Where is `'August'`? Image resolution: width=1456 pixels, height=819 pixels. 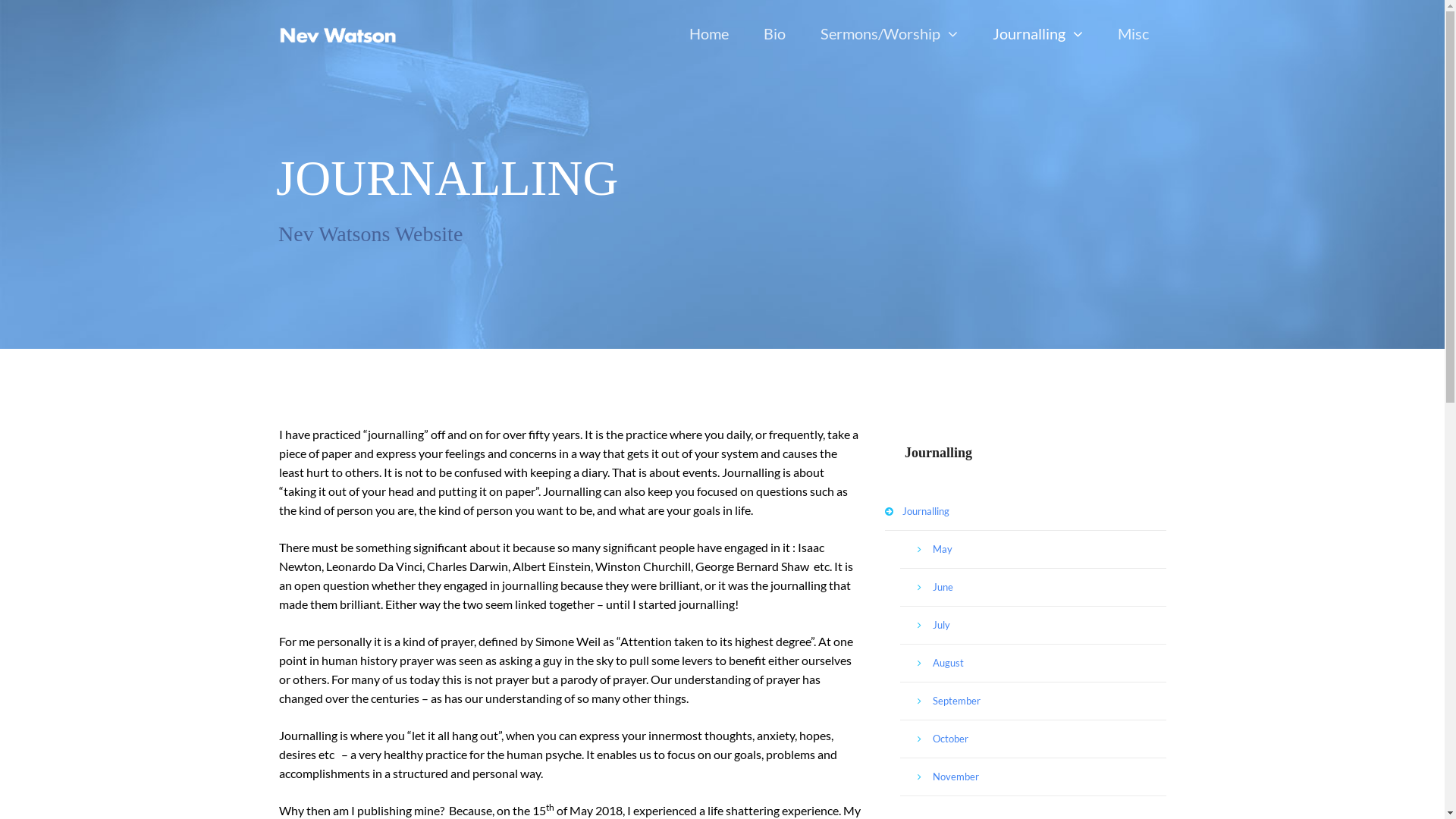 'August' is located at coordinates (1032, 663).